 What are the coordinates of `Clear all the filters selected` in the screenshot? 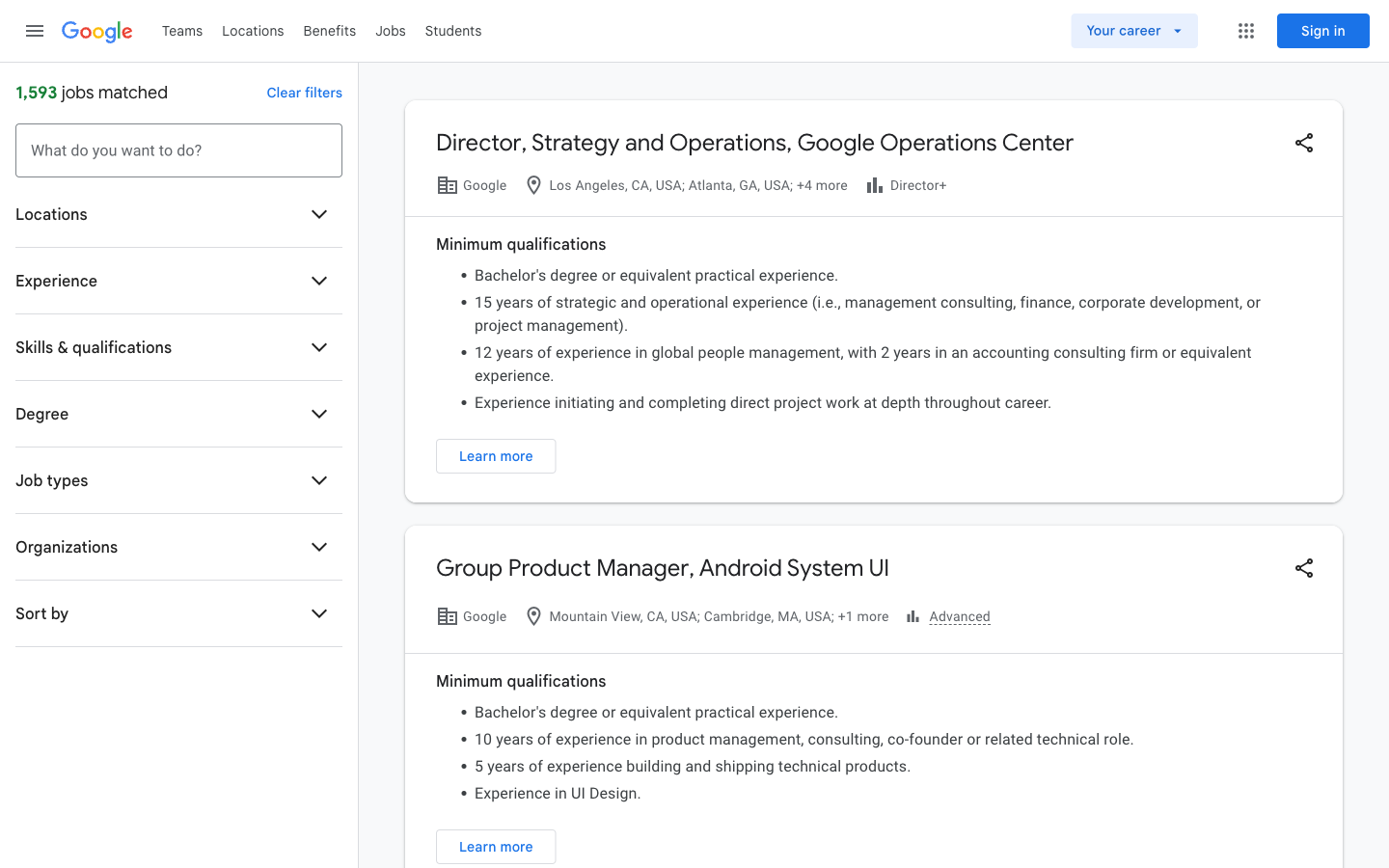 It's located at (304, 92).